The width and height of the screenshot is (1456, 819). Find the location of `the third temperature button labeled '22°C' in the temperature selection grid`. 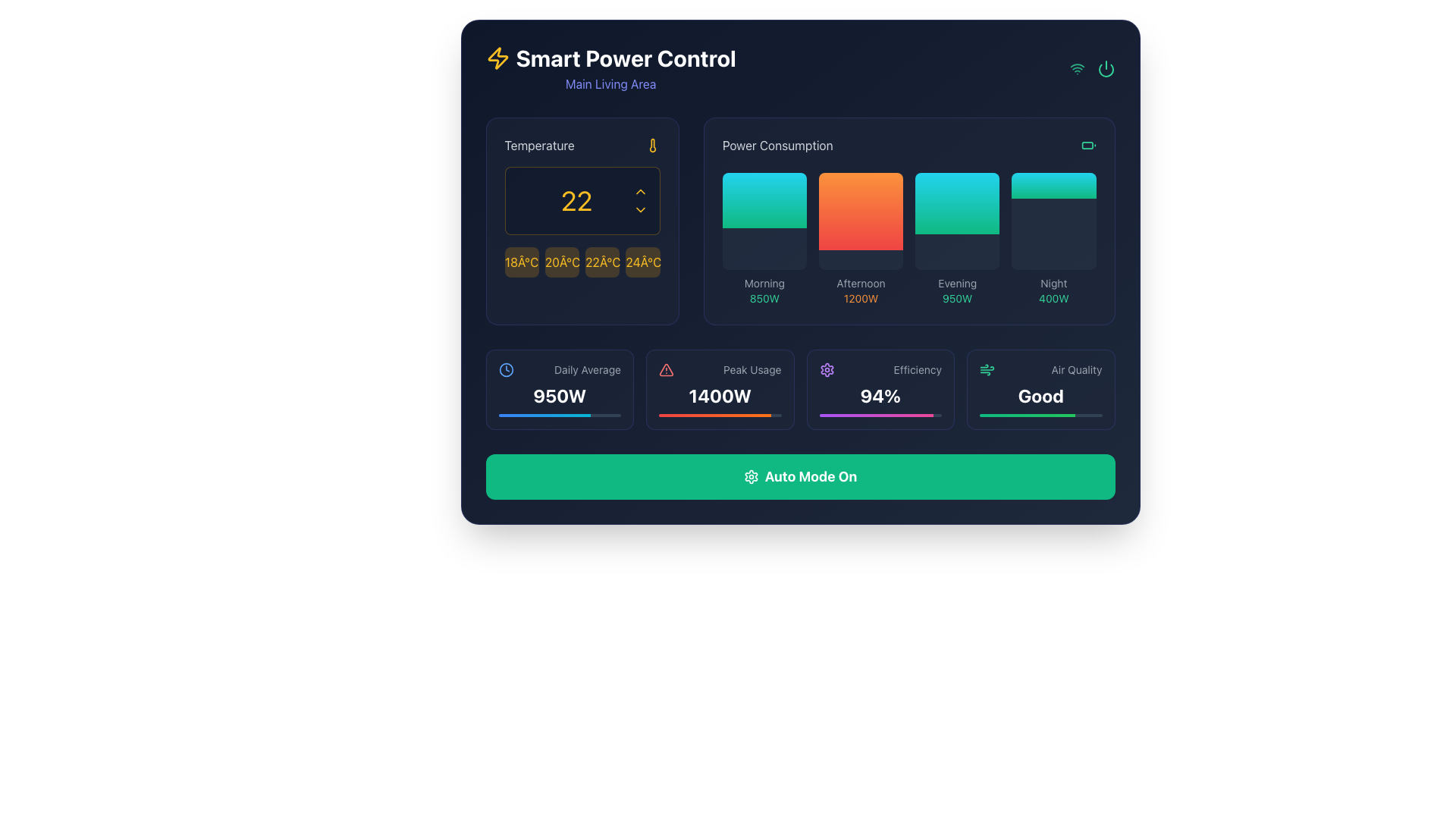

the third temperature button labeled '22°C' in the temperature selection grid is located at coordinates (582, 262).